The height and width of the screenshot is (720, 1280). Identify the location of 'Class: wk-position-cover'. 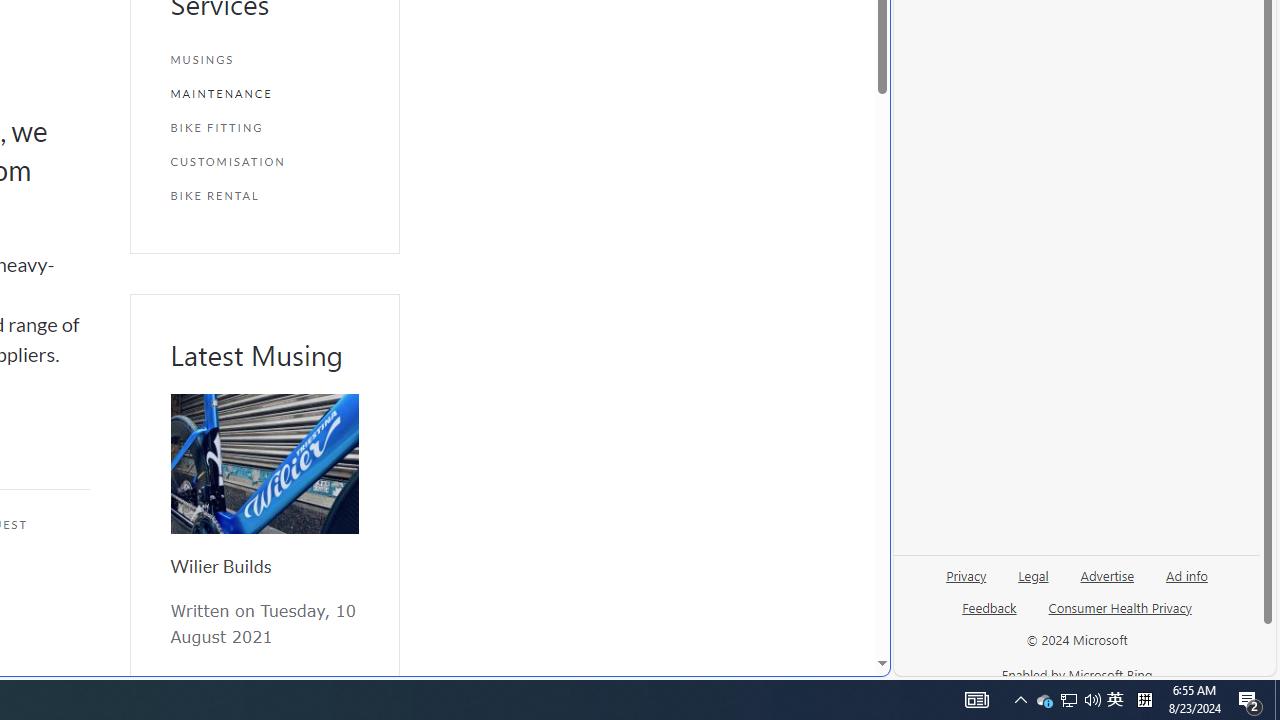
(263, 464).